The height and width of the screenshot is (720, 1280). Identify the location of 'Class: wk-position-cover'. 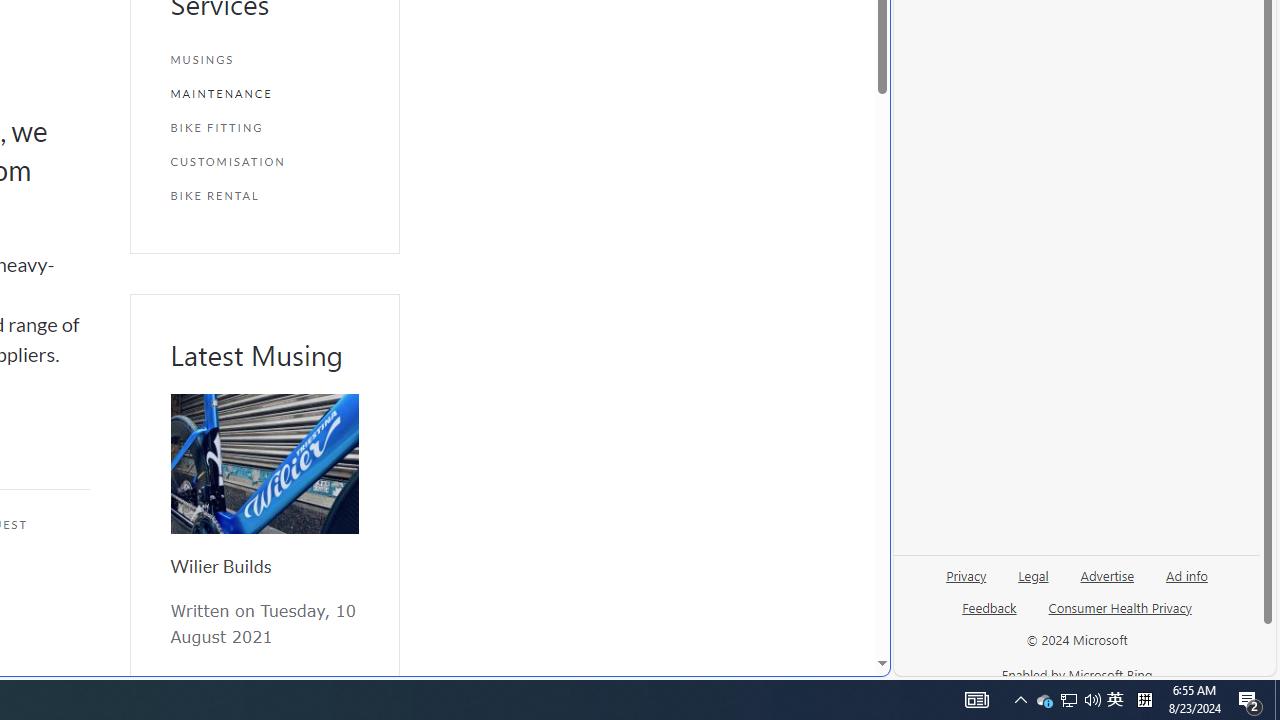
(263, 464).